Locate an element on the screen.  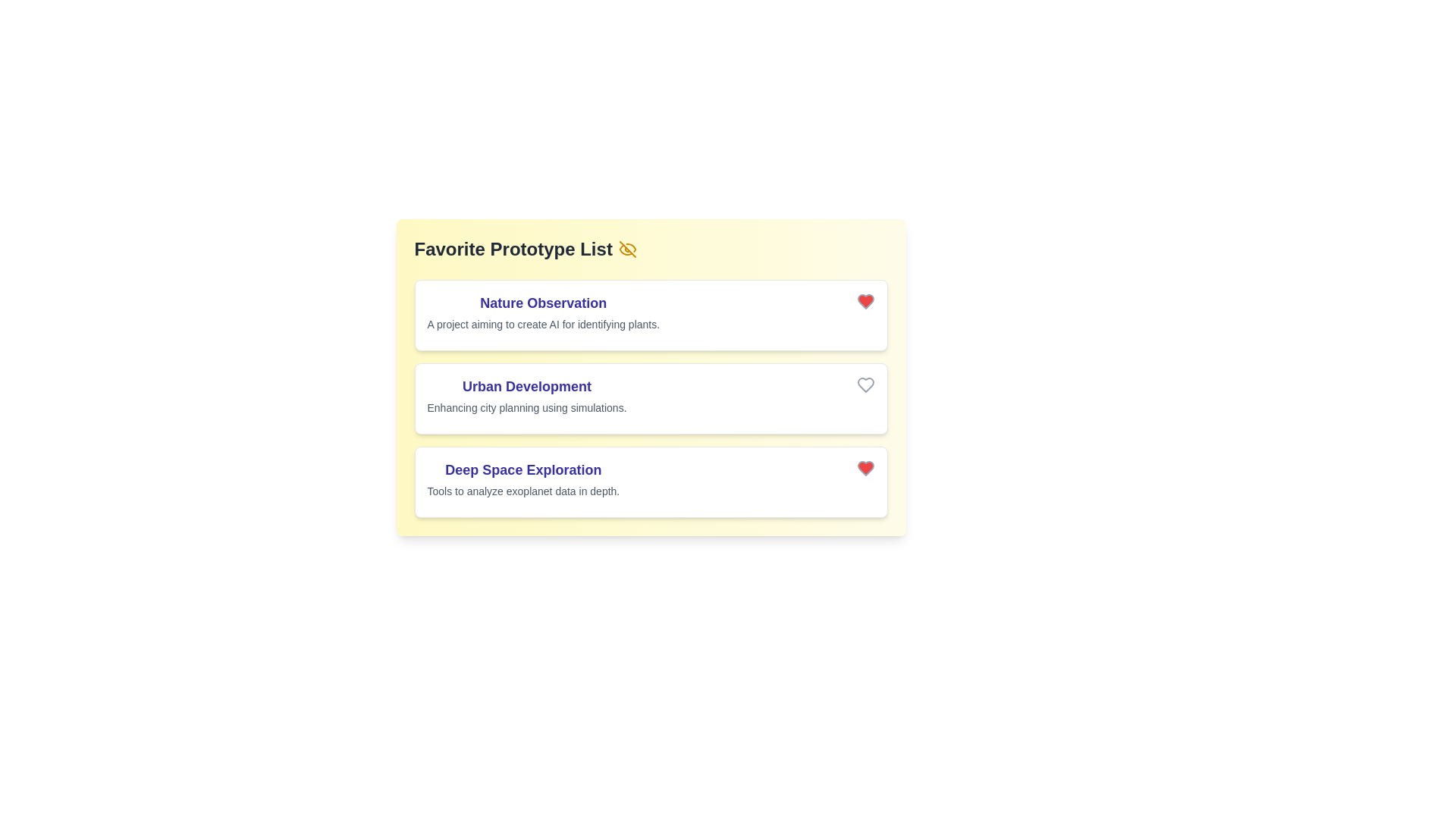
the list item corresponding to Nature Observation is located at coordinates (651, 315).